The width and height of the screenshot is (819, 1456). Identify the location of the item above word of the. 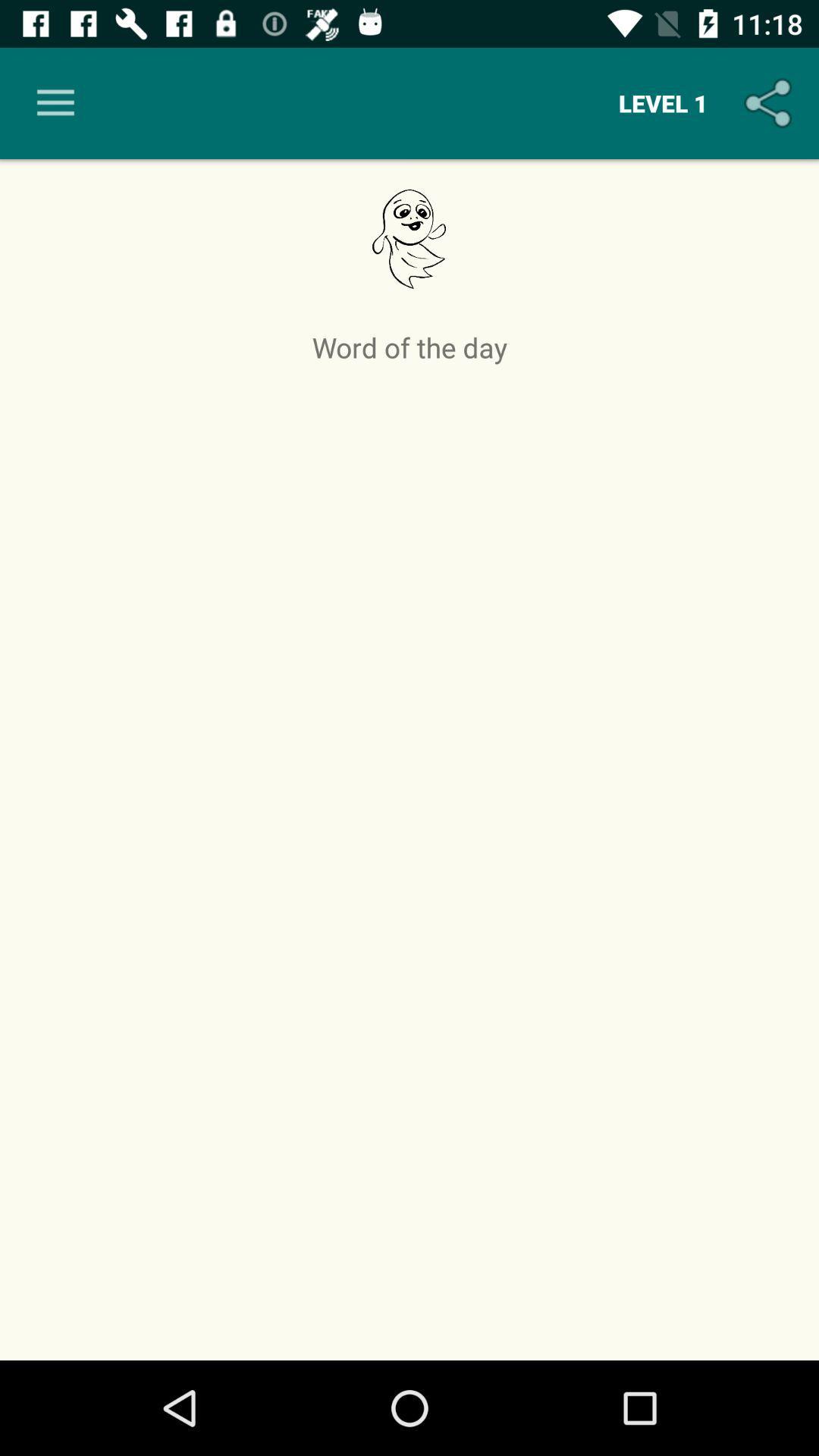
(771, 102).